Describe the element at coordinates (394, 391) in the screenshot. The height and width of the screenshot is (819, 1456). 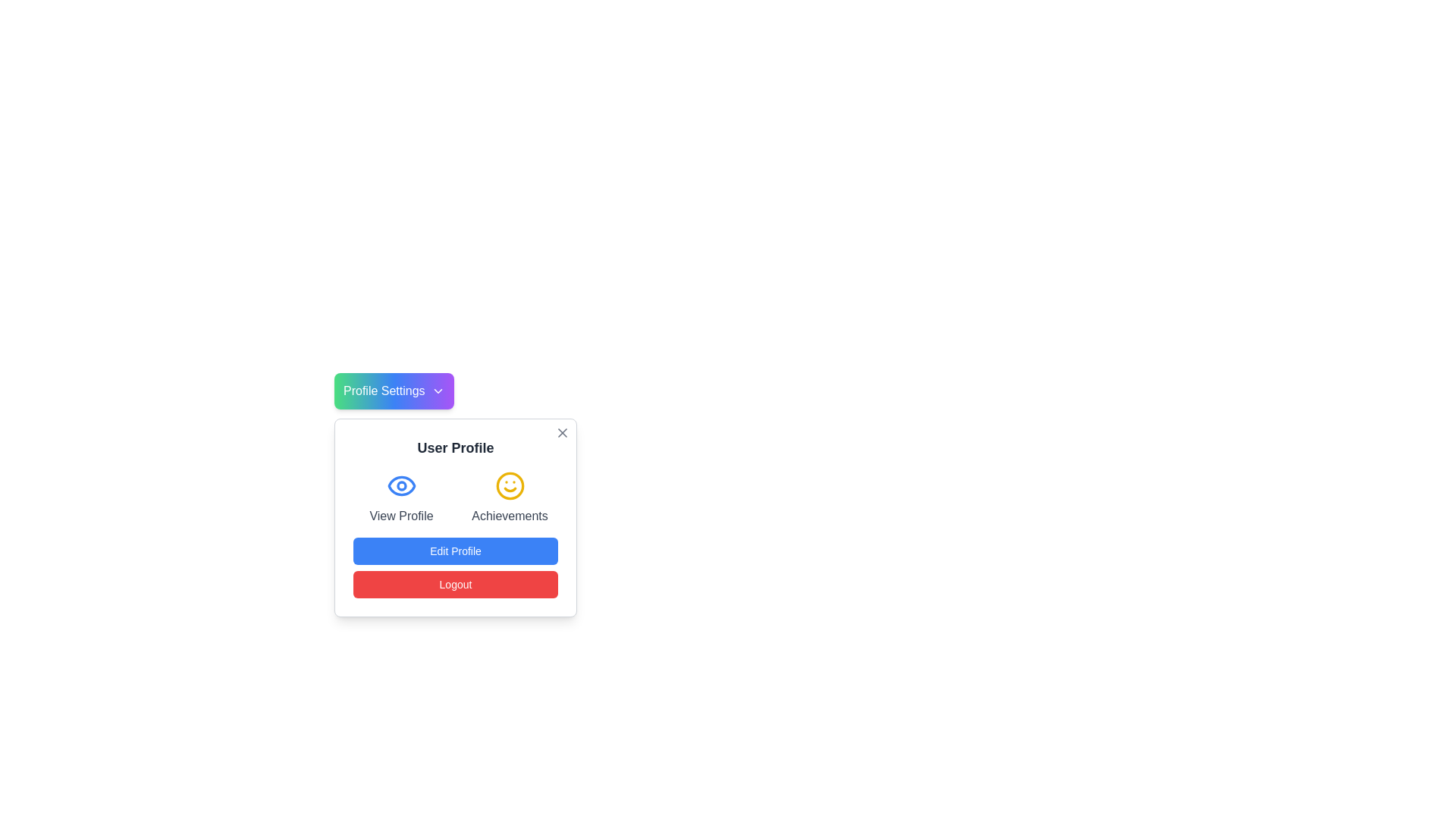
I see `the 'Profile Settings' button with a gradient background transitioning from green to purple` at that location.